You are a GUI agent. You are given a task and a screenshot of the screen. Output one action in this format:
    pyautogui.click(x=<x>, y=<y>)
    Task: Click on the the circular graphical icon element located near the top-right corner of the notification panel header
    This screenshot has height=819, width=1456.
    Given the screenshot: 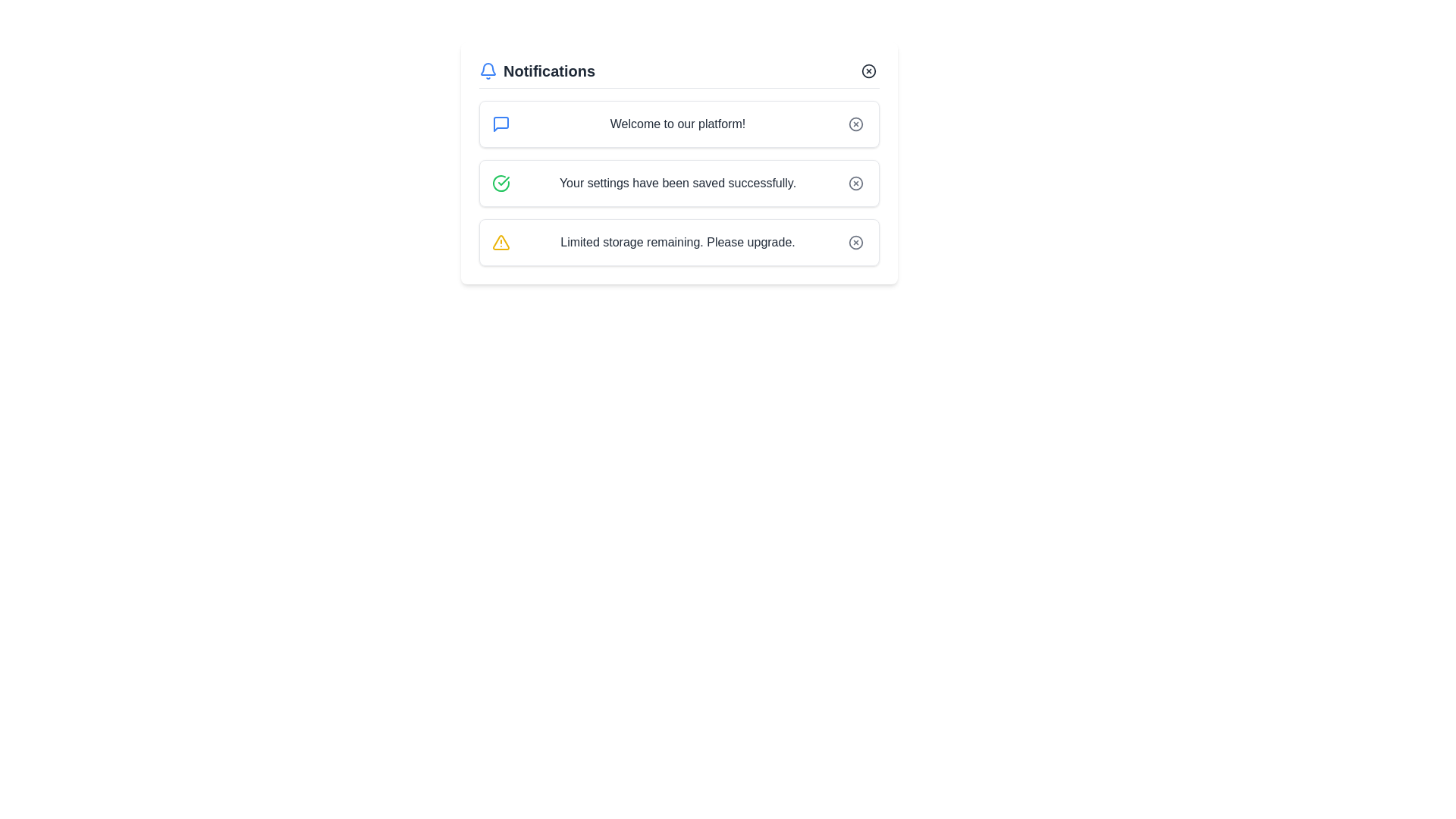 What is the action you would take?
    pyautogui.click(x=869, y=71)
    